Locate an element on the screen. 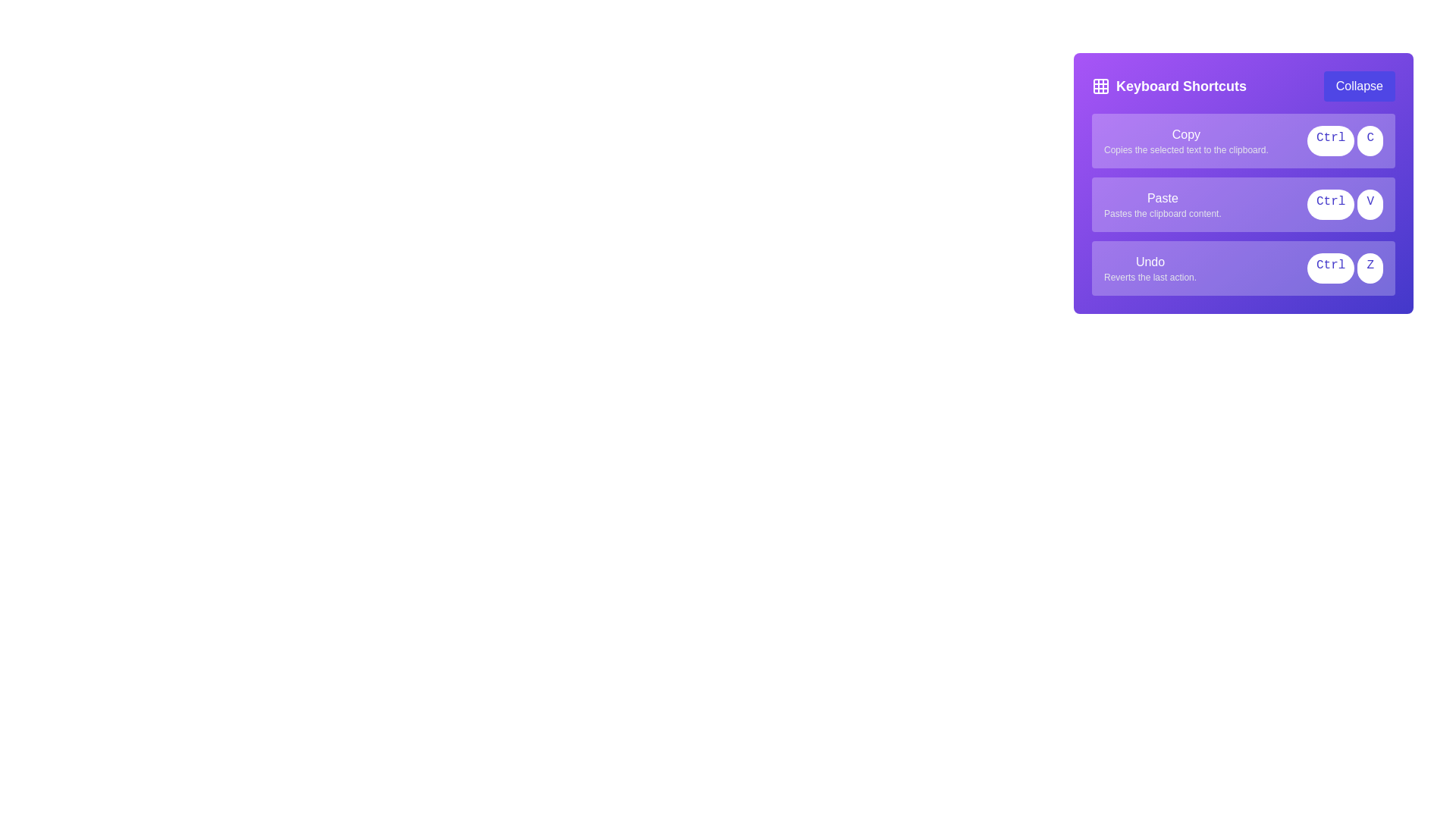 This screenshot has width=1456, height=819. the Keyboard Shortcut Indicator that visually represents 'Ctrl + Z' for undo functionality, located near the 'Undo' text at the bottom entry of the 'Keyboard Shortcuts' section is located at coordinates (1345, 268).